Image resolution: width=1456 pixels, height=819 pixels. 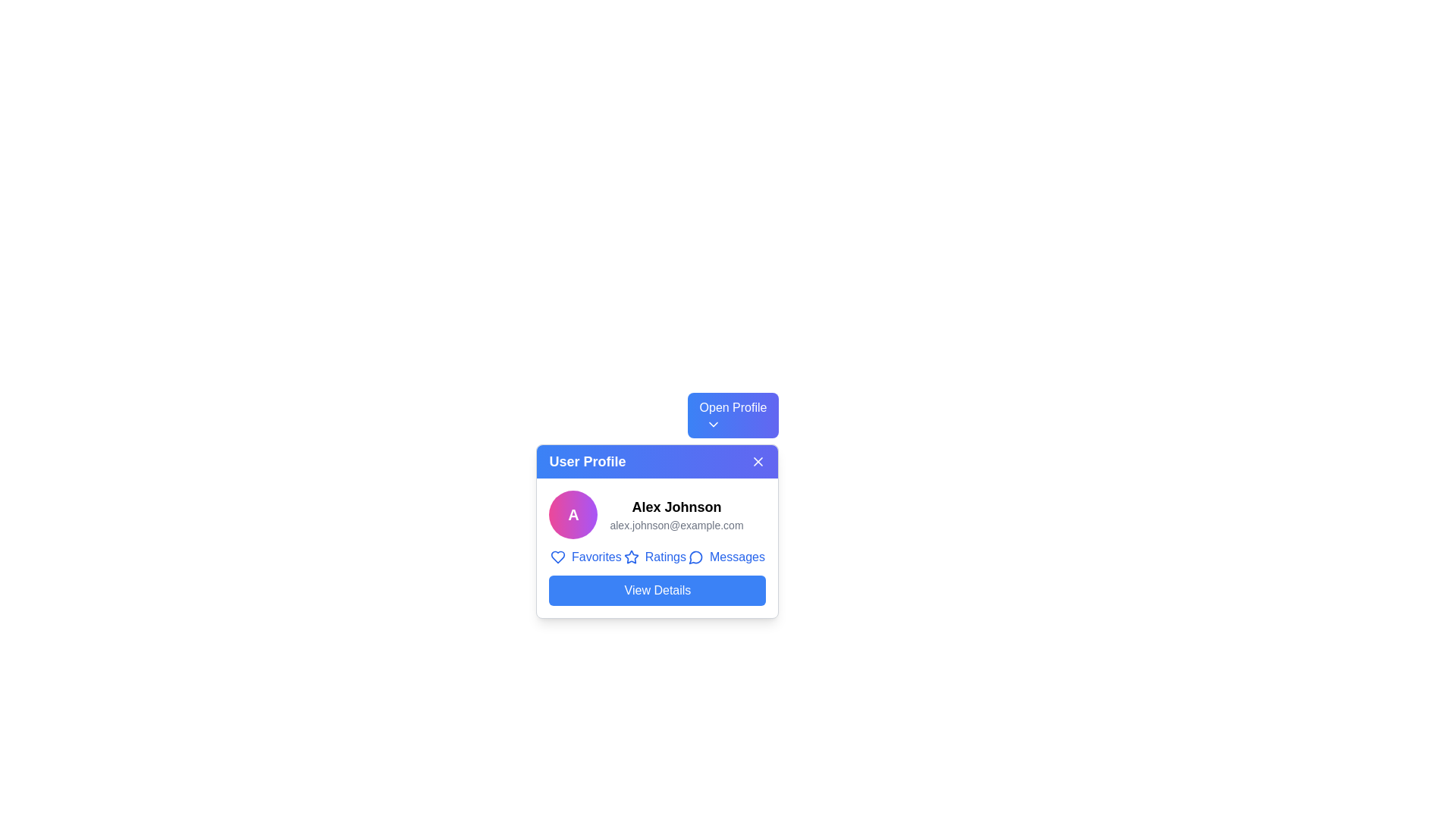 What do you see at coordinates (573, 513) in the screenshot?
I see `the bold, uppercase letter 'A' displayed in white font, which is centered within a vibrant circular gradient background transitioning from pink to purple, positioned above the 'User Profile' section and to the left of the header text 'Alex Johnson.'` at bounding box center [573, 513].